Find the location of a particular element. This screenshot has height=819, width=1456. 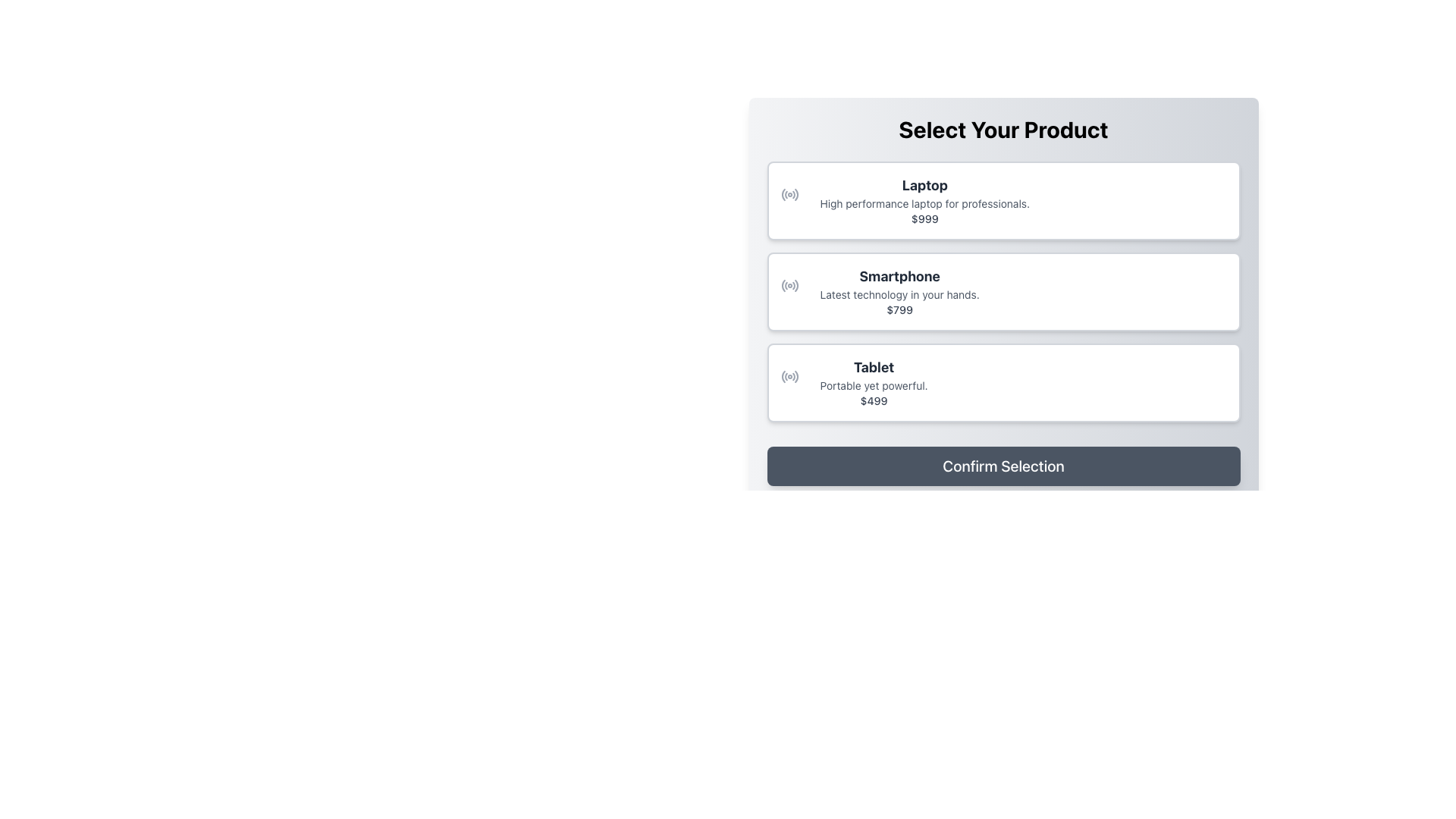

bold text label 'Smartphone' which is located in the second selectable option of the product choices list, positioned above the descriptive text and pricing information is located at coordinates (899, 277).